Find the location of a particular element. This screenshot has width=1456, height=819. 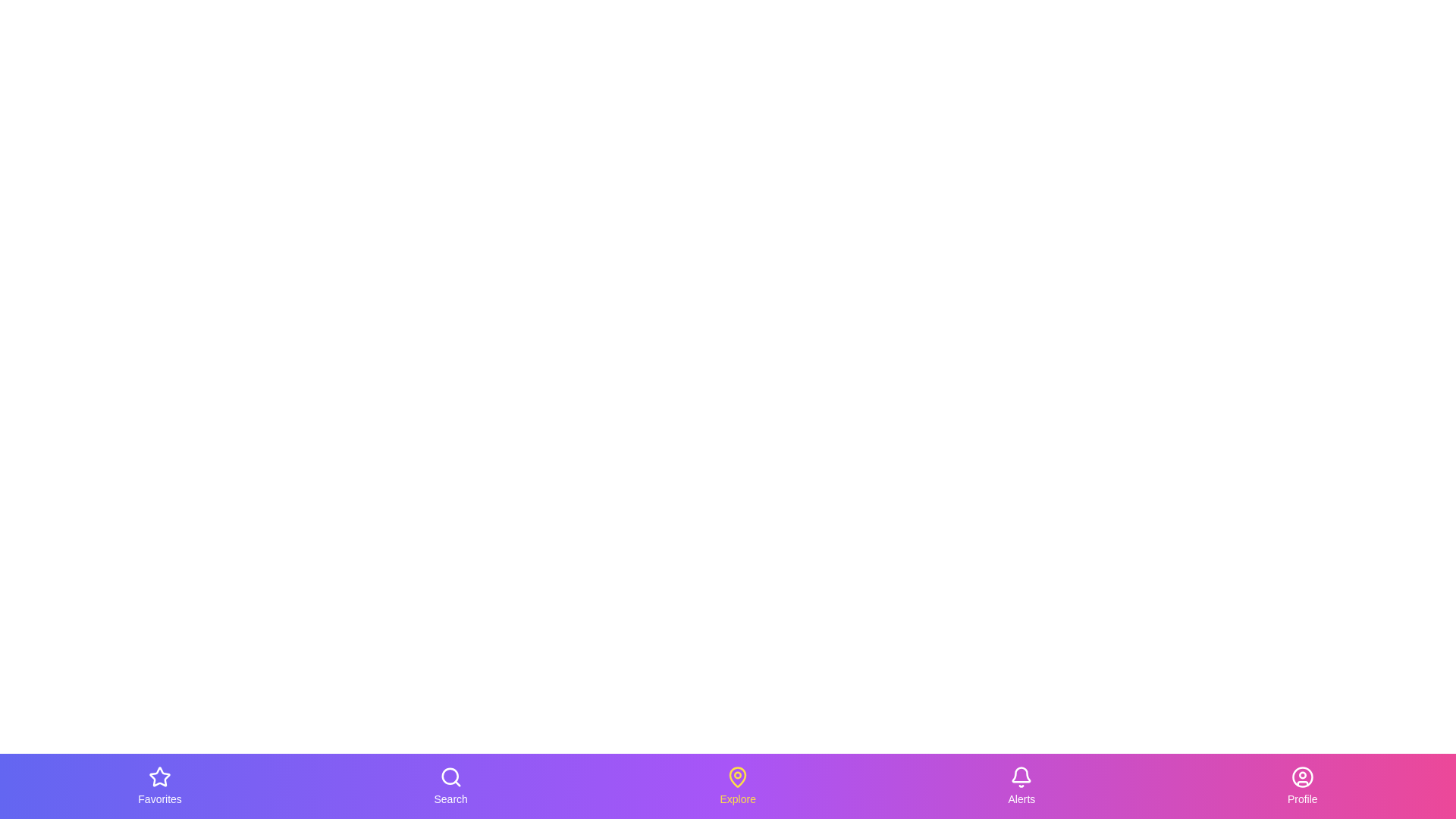

the tab labeled Explore to observe the hover effect is located at coordinates (738, 786).